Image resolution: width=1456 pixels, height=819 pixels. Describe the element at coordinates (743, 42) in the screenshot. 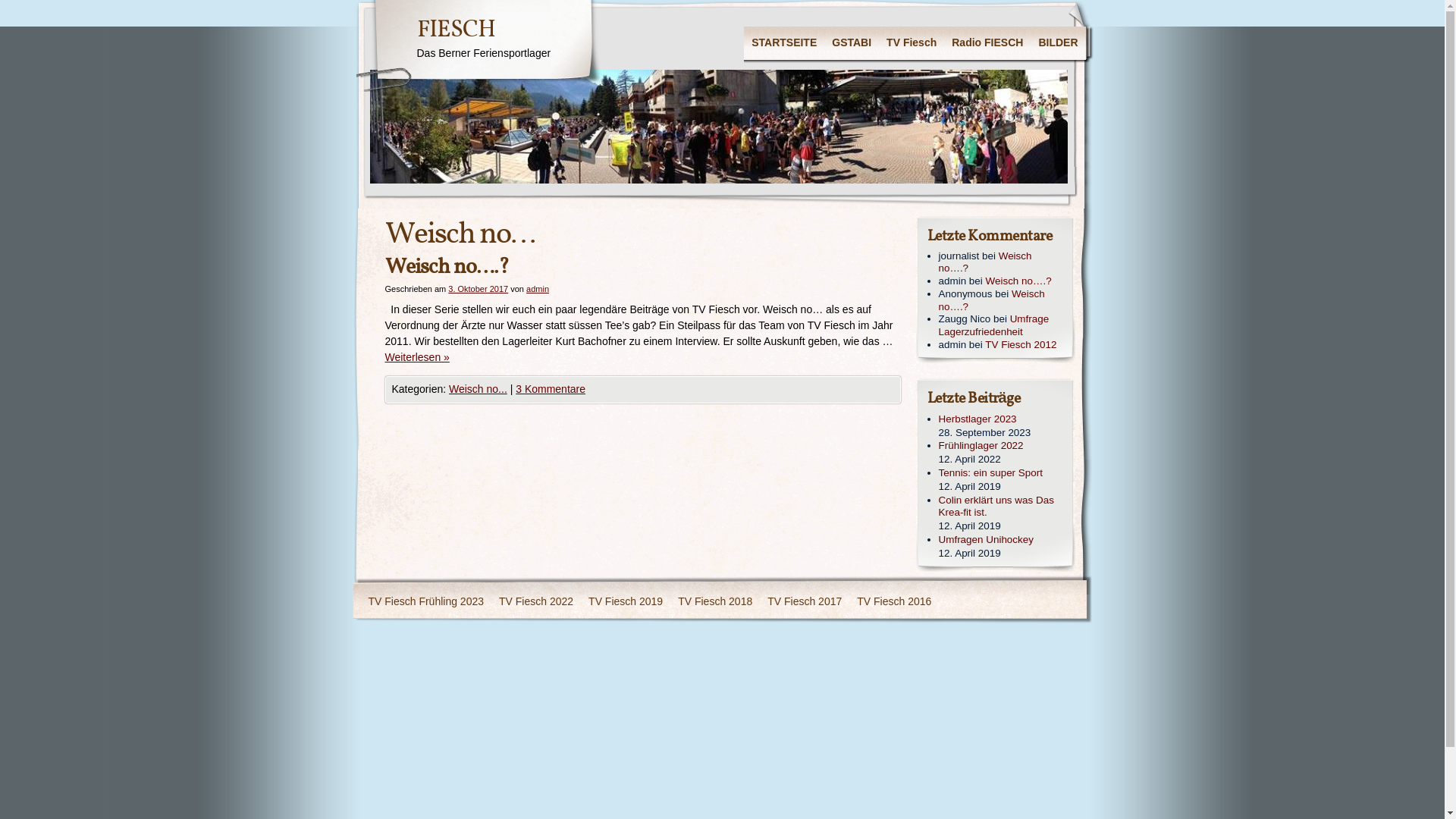

I see `'STARTSEITE'` at that location.